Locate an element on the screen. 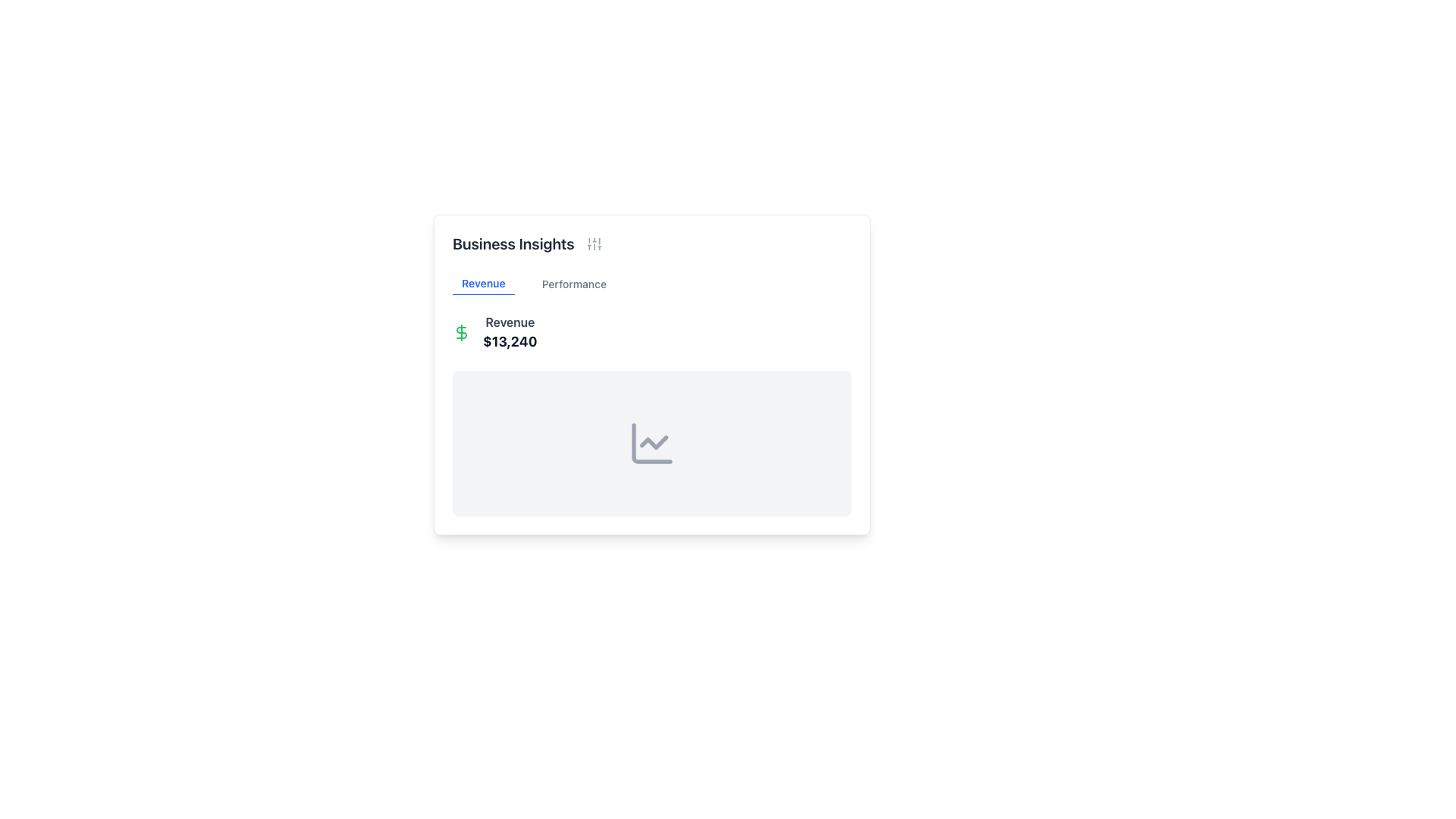  the 'Revenue' navigation label, which is styled with a blue font color, bold typeface, and an underline, located within the 'Business Insights' card is located at coordinates (482, 284).